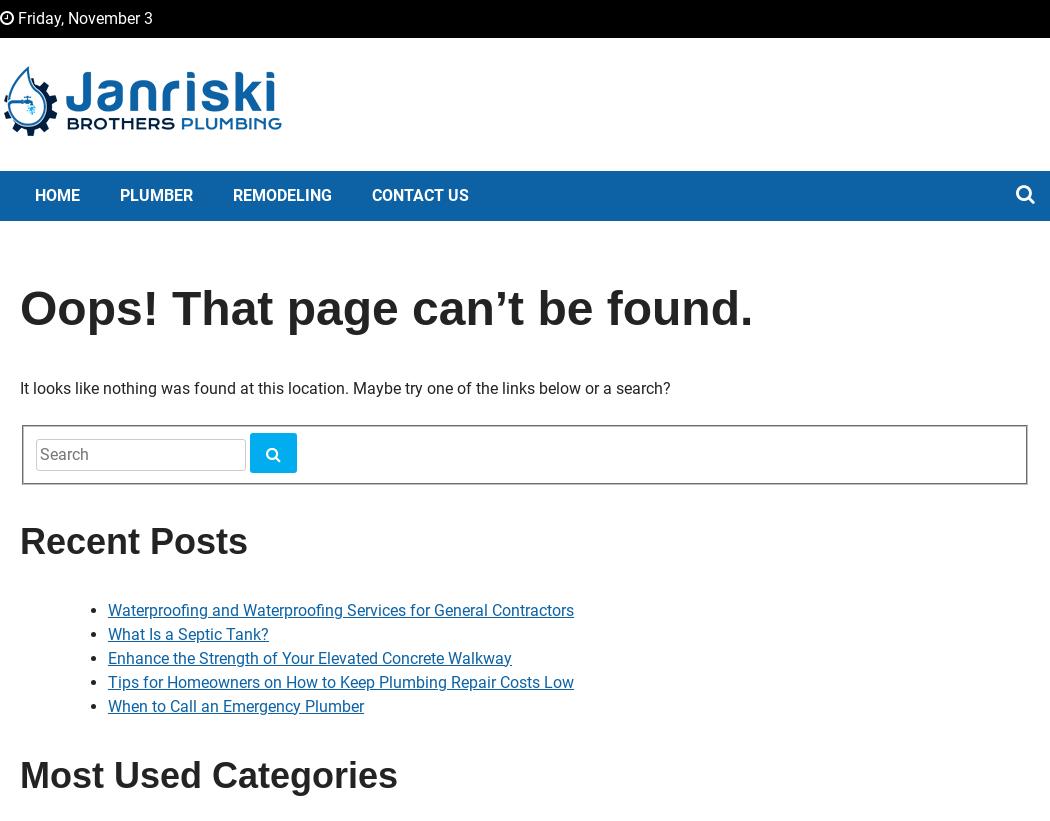  Describe the element at coordinates (156, 194) in the screenshot. I see `'Plumber'` at that location.